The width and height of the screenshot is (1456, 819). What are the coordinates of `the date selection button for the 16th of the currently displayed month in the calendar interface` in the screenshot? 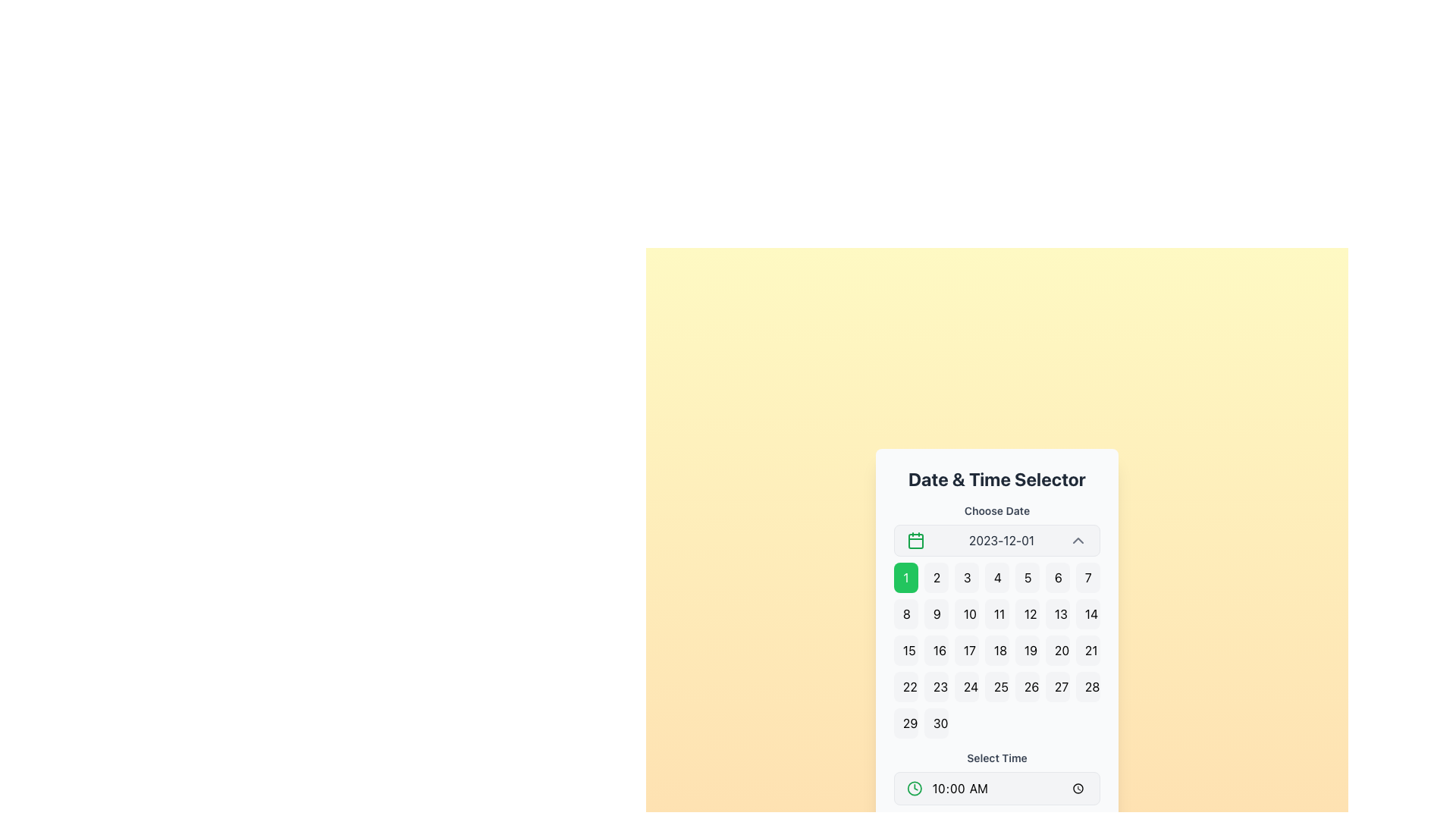 It's located at (935, 649).